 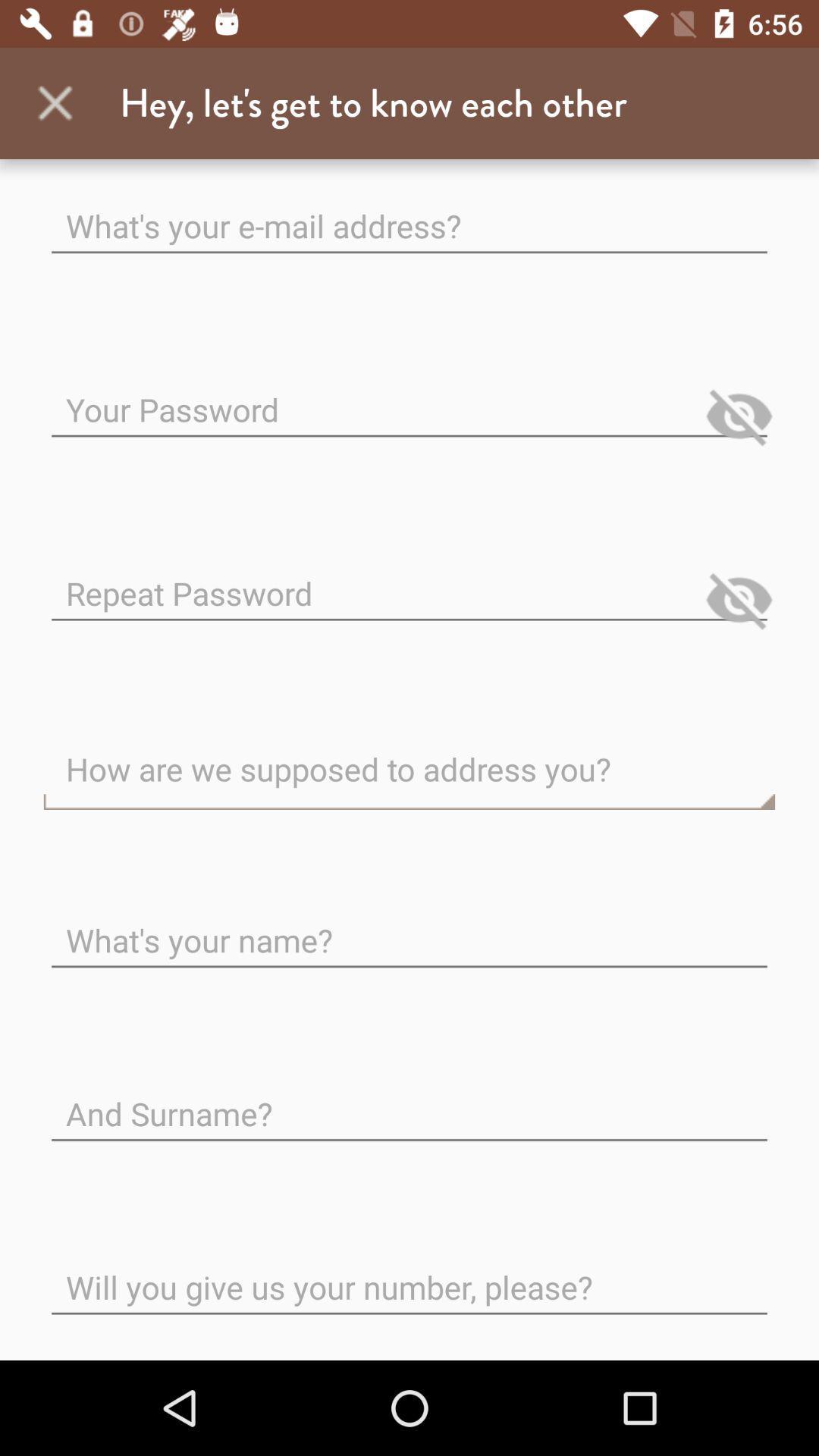 What do you see at coordinates (55, 102) in the screenshot?
I see `item to the left of hey let s item` at bounding box center [55, 102].